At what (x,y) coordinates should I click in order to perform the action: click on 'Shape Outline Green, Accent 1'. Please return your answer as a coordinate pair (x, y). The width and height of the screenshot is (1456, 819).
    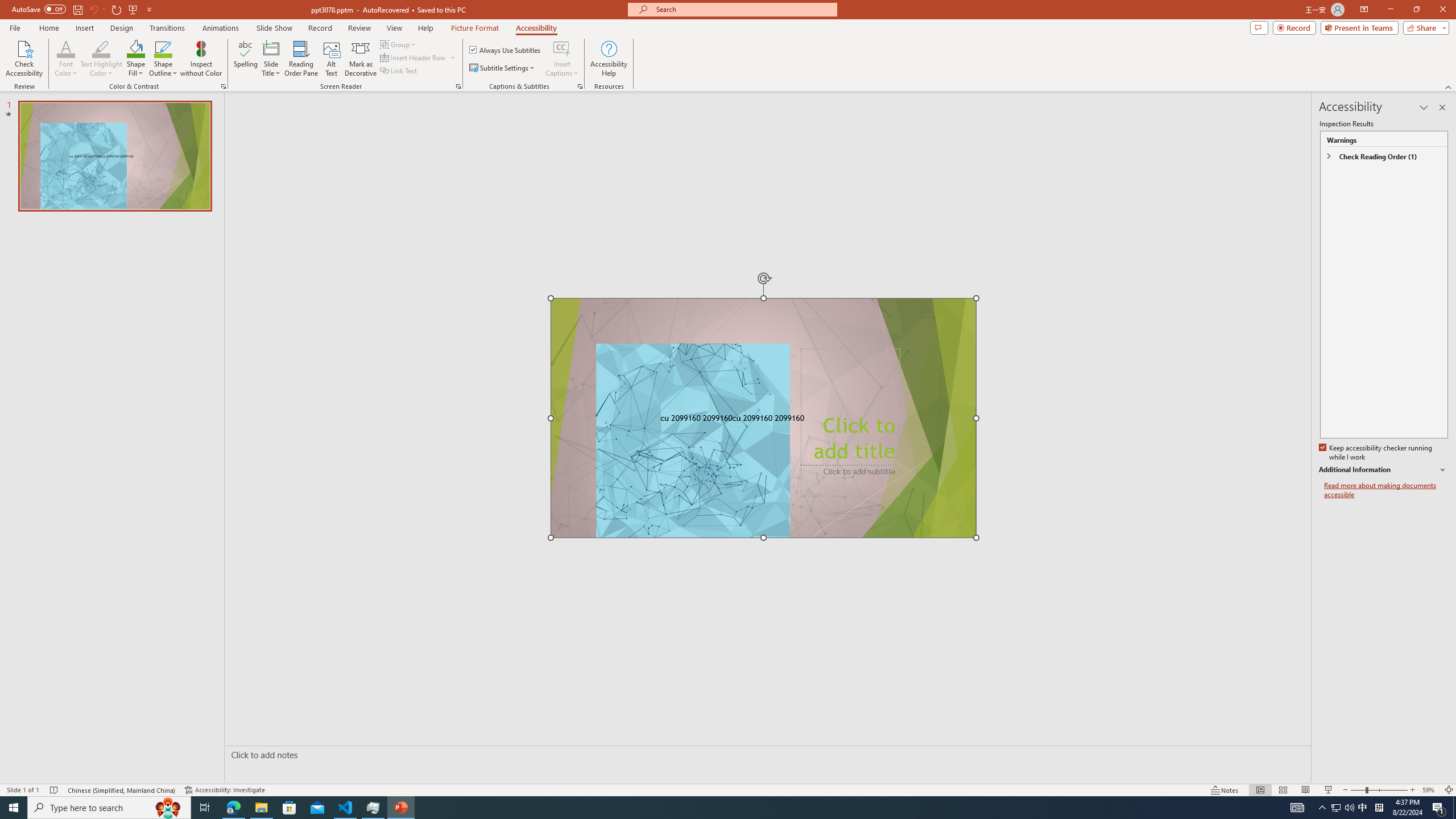
    Looking at the image, I should click on (164, 48).